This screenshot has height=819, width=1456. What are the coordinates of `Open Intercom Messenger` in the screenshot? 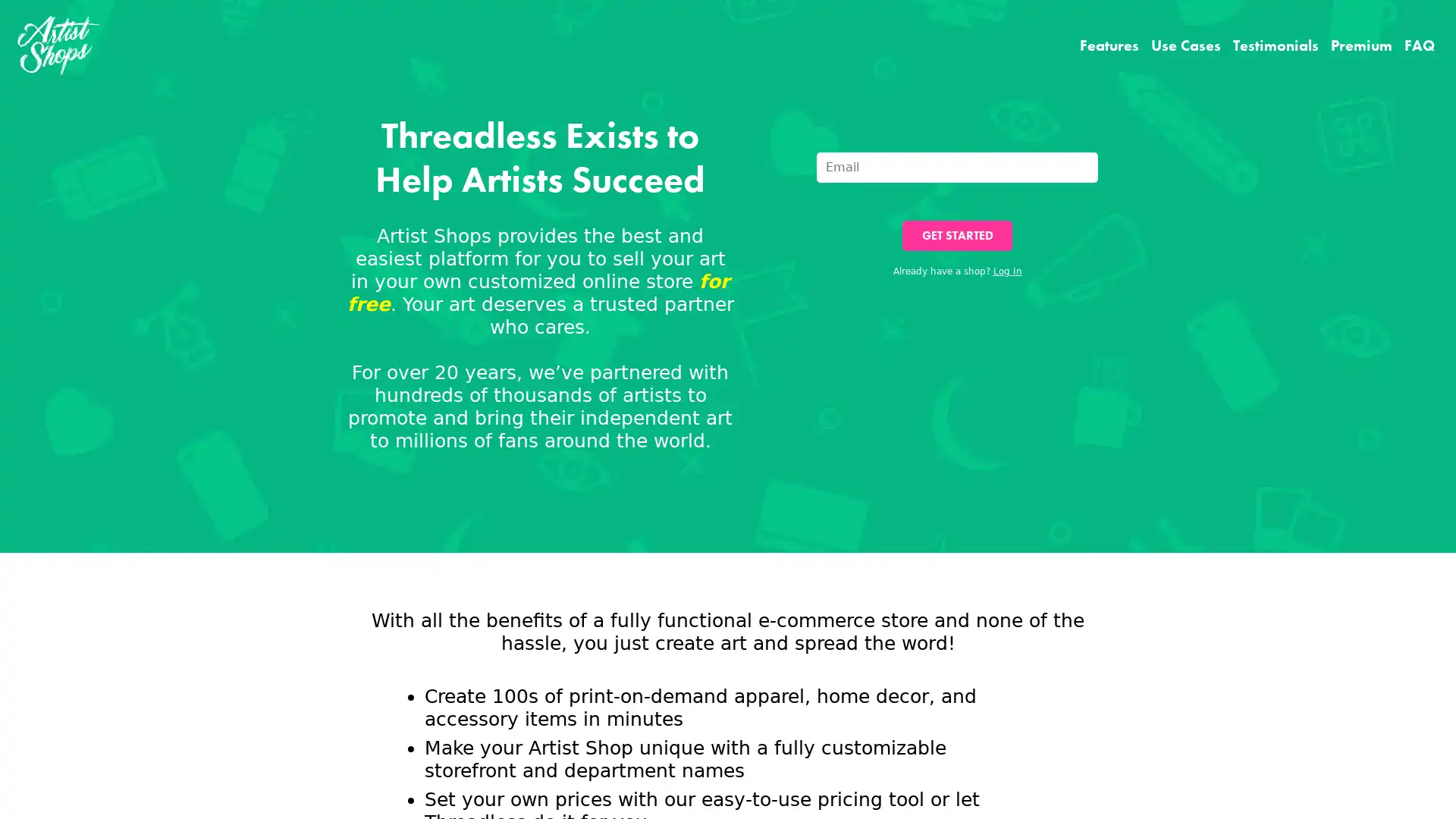 It's located at (1417, 780).